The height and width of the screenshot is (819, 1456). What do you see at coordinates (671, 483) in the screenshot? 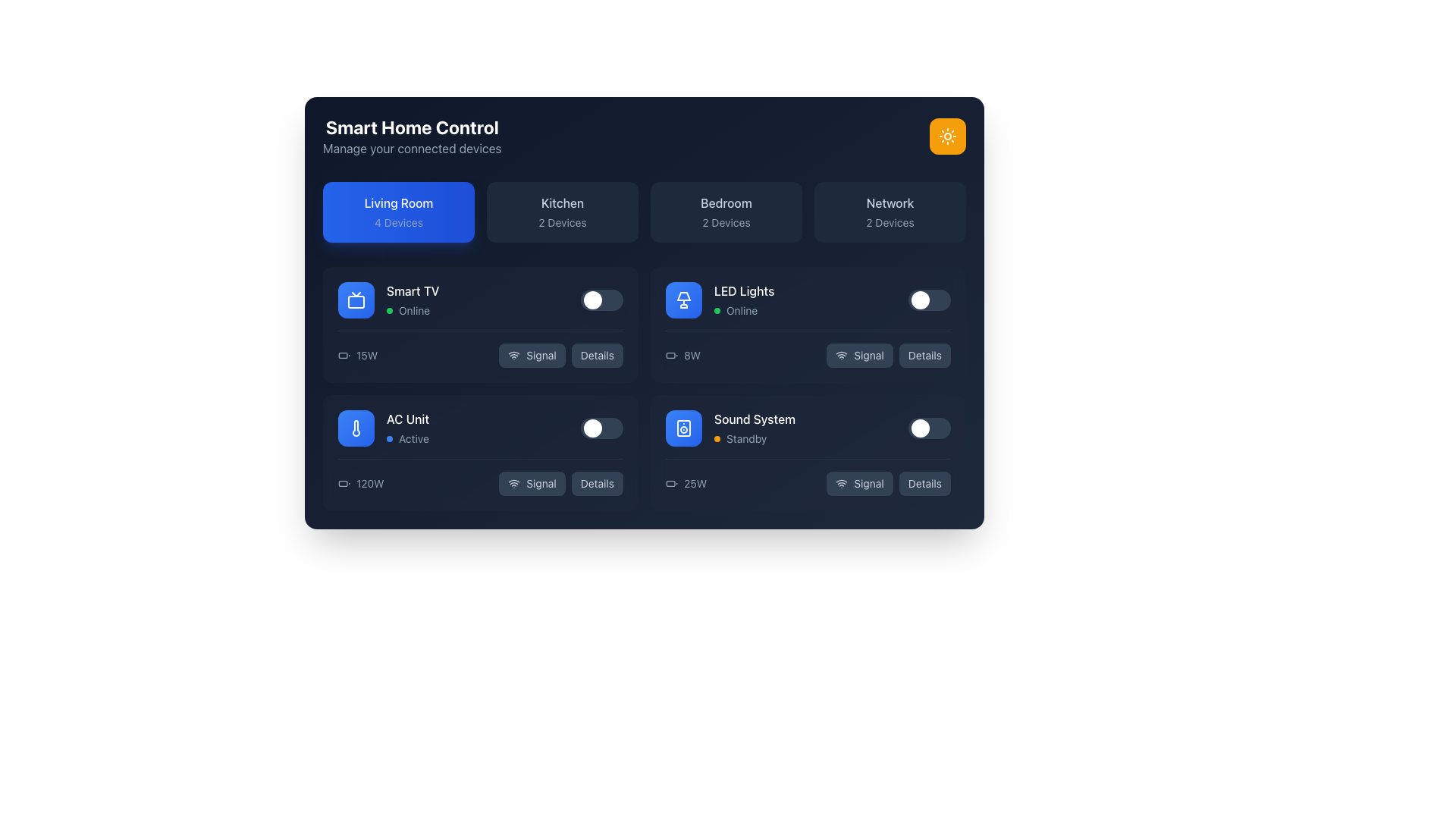
I see `the power specification icon located to the left of the text '25W'` at bounding box center [671, 483].